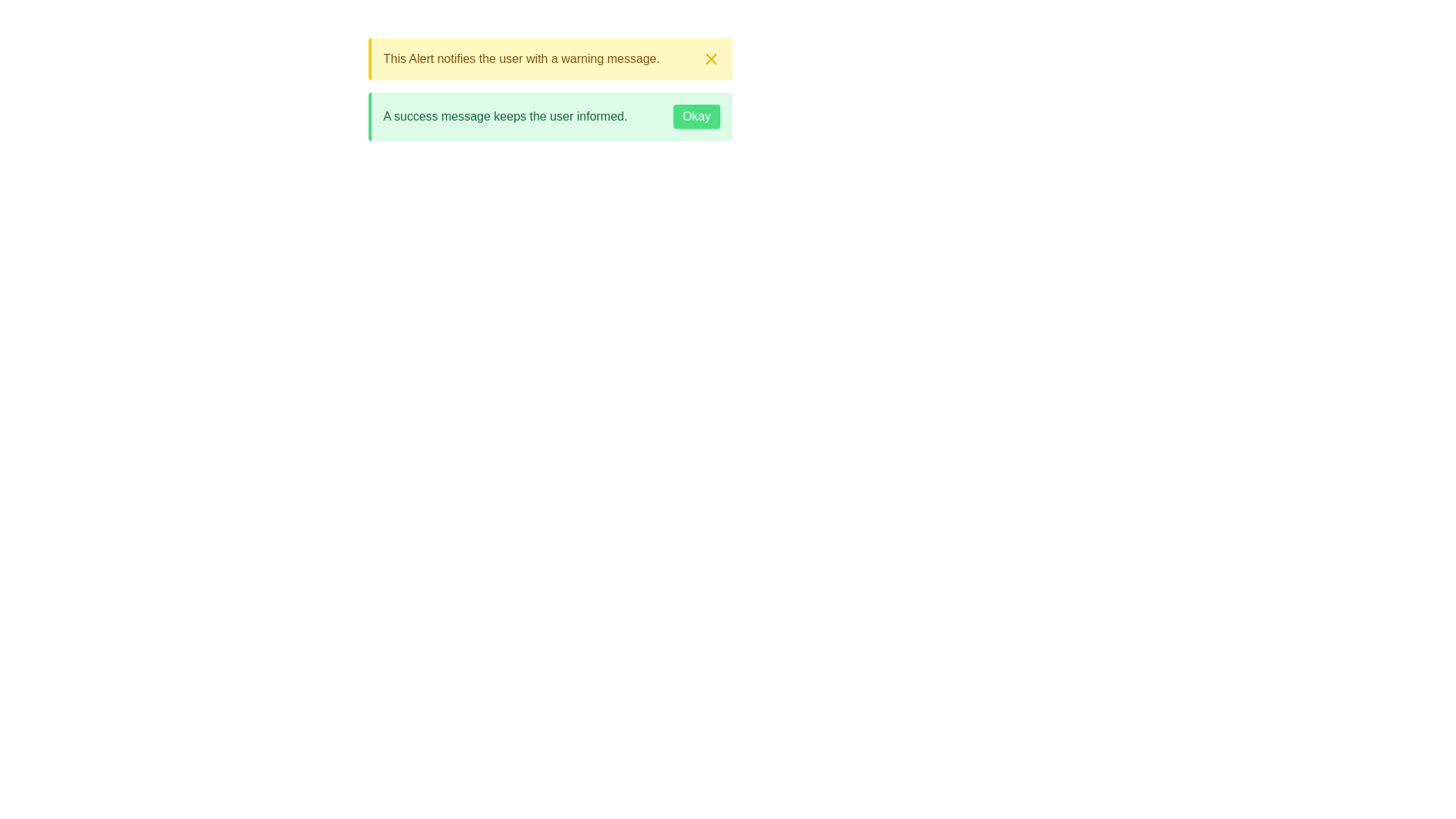 The width and height of the screenshot is (1456, 819). Describe the element at coordinates (695, 116) in the screenshot. I see `the 'Okay' button with a green background in the notification box to acknowledge or dismiss the success message` at that location.